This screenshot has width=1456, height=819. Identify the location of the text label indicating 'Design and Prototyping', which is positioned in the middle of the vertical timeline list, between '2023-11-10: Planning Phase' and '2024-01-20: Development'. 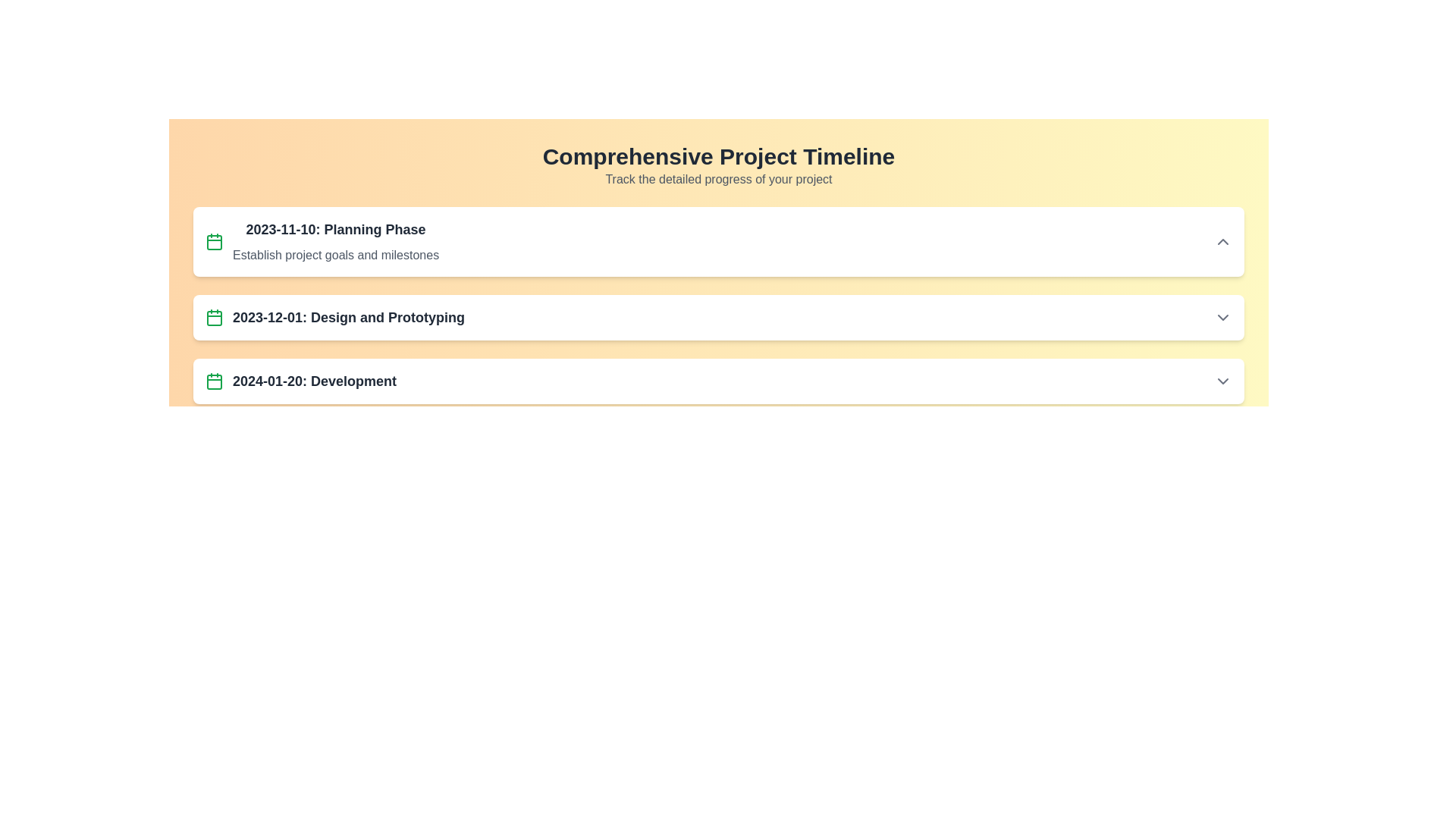
(348, 317).